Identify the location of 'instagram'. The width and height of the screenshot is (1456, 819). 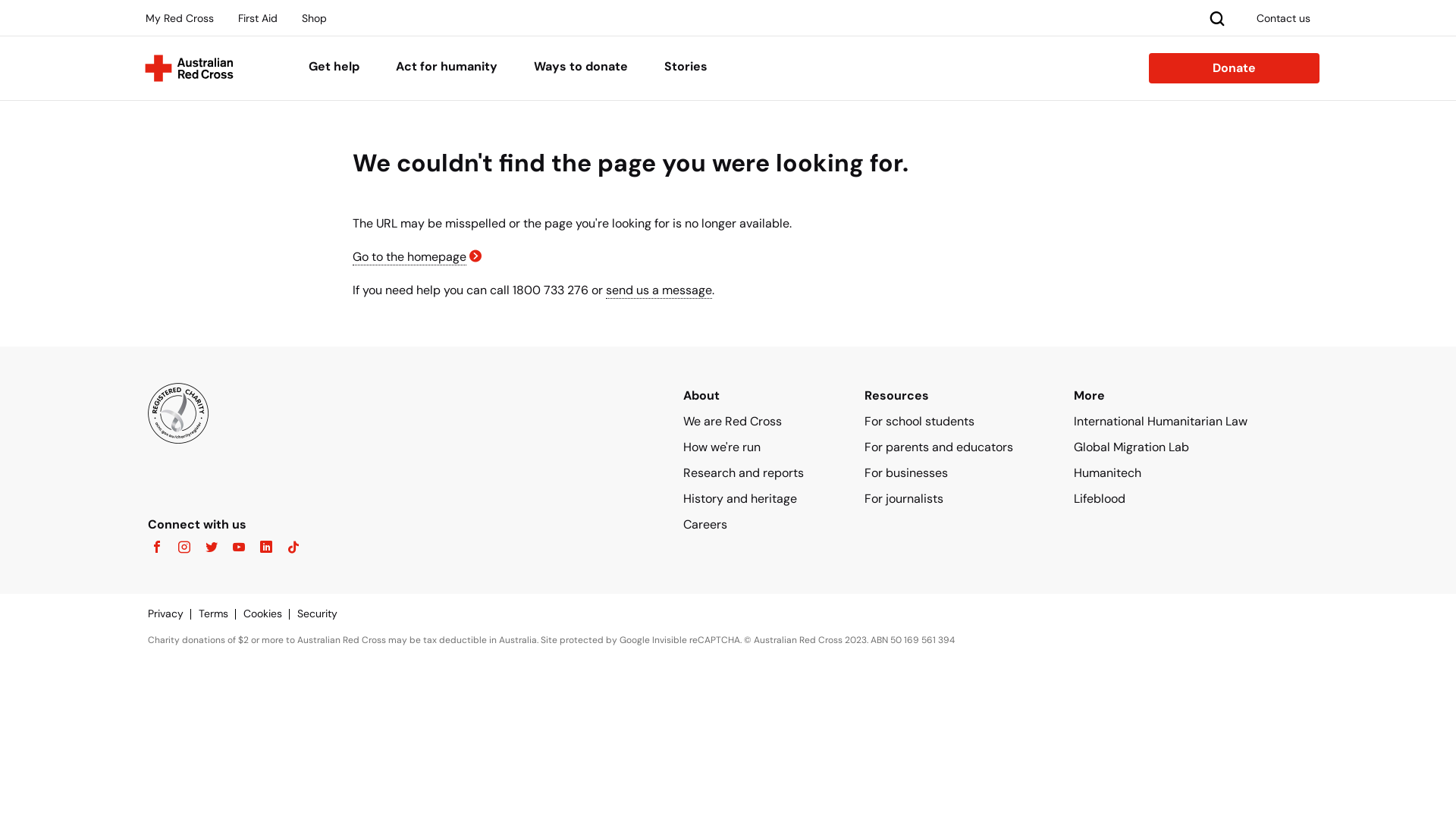
(179, 548).